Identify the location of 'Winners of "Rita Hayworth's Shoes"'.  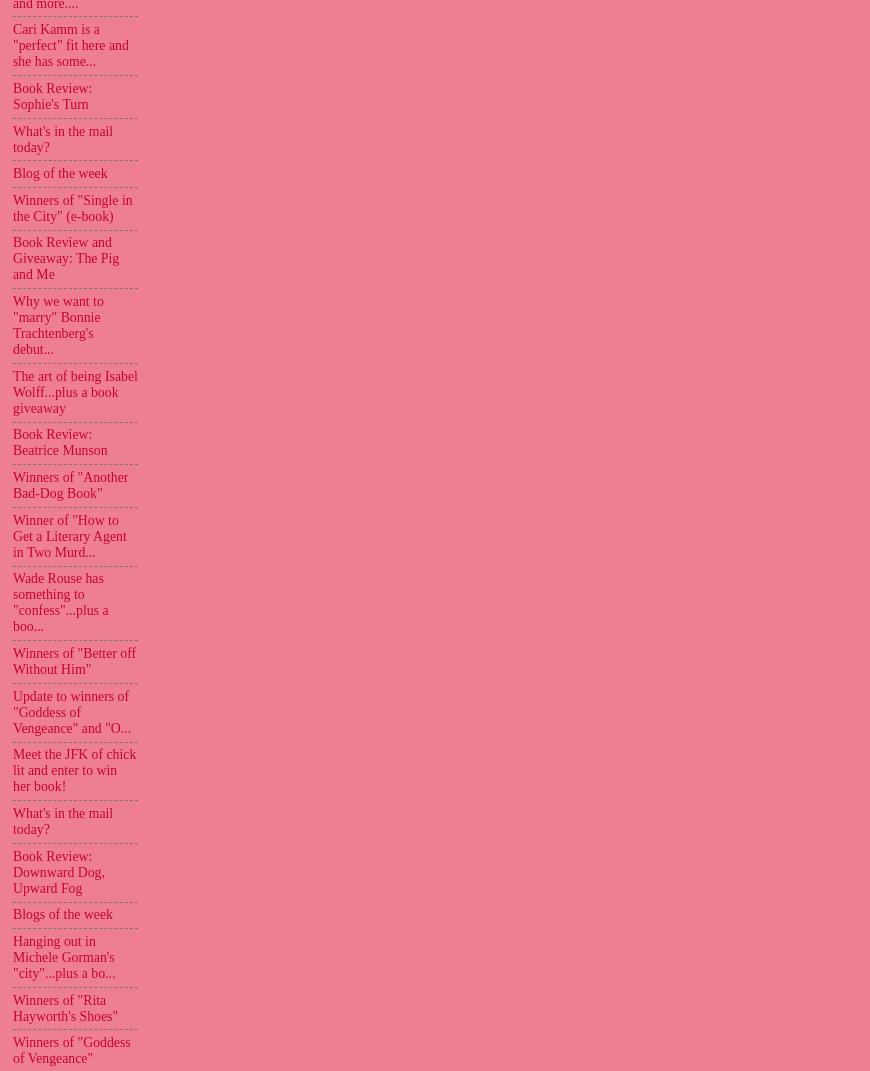
(64, 1007).